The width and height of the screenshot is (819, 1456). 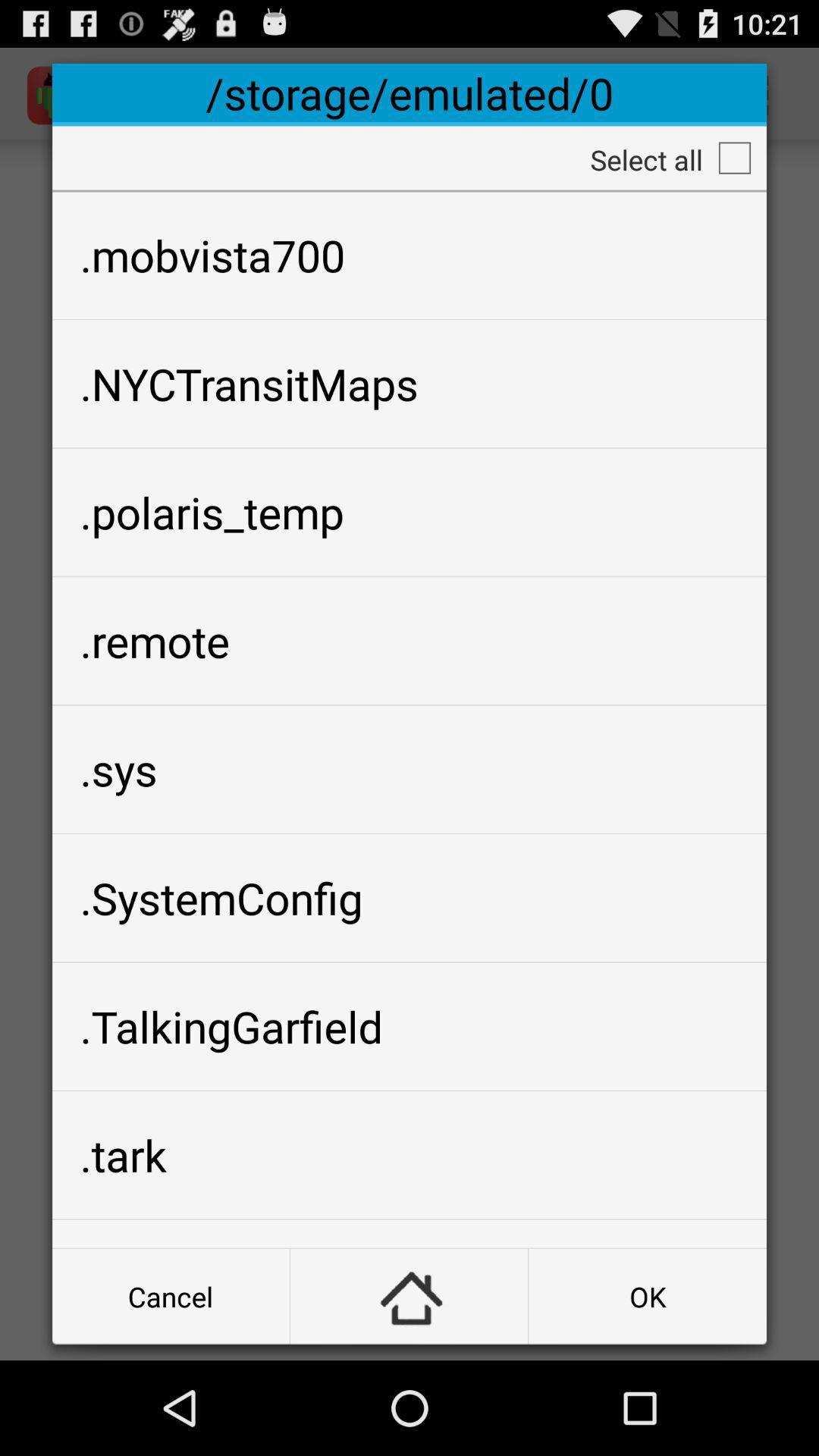 I want to click on the icon to the right of cancel icon, so click(x=408, y=1295).